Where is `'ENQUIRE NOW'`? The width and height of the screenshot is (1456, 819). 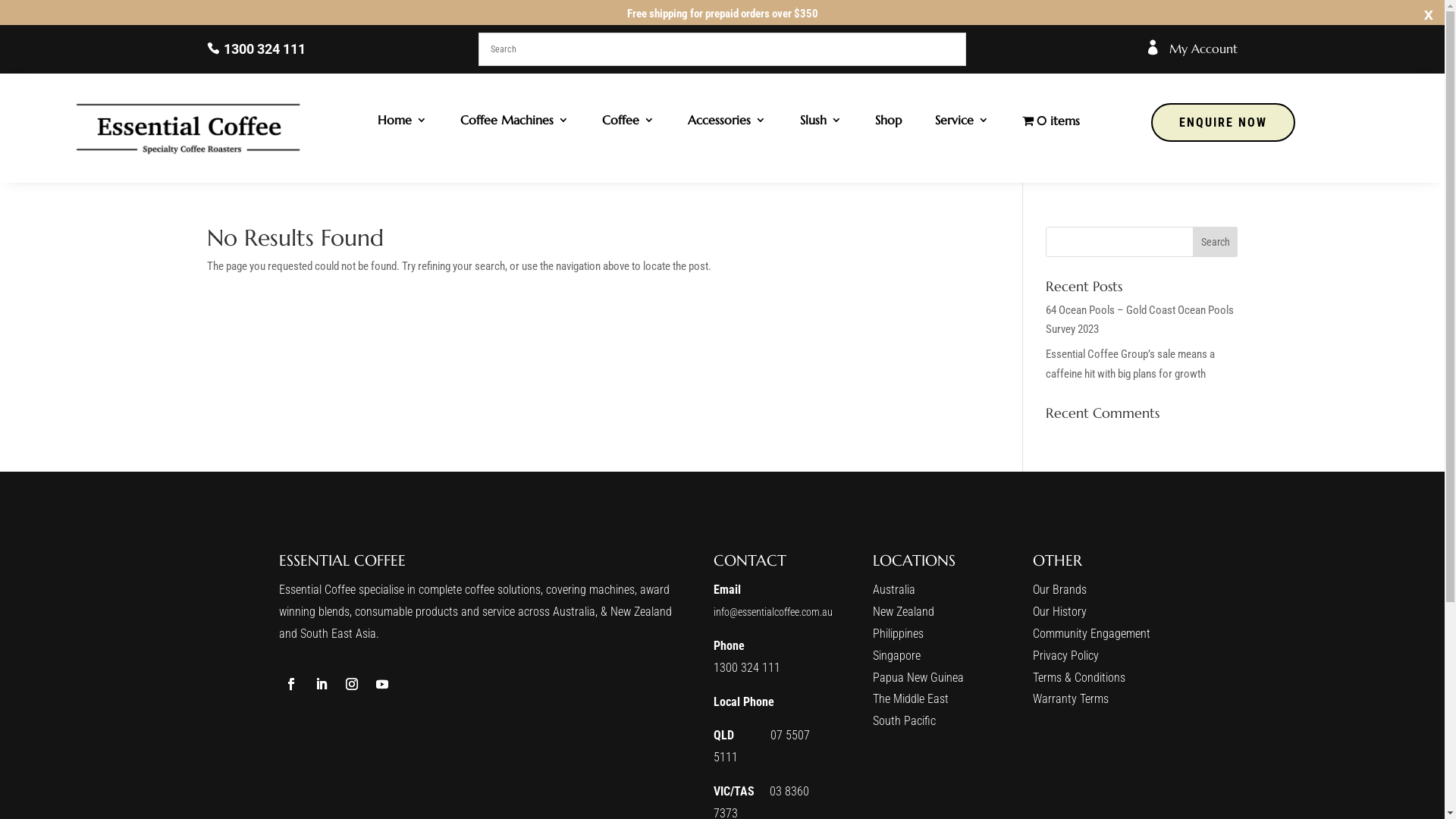 'ENQUIRE NOW' is located at coordinates (1222, 121).